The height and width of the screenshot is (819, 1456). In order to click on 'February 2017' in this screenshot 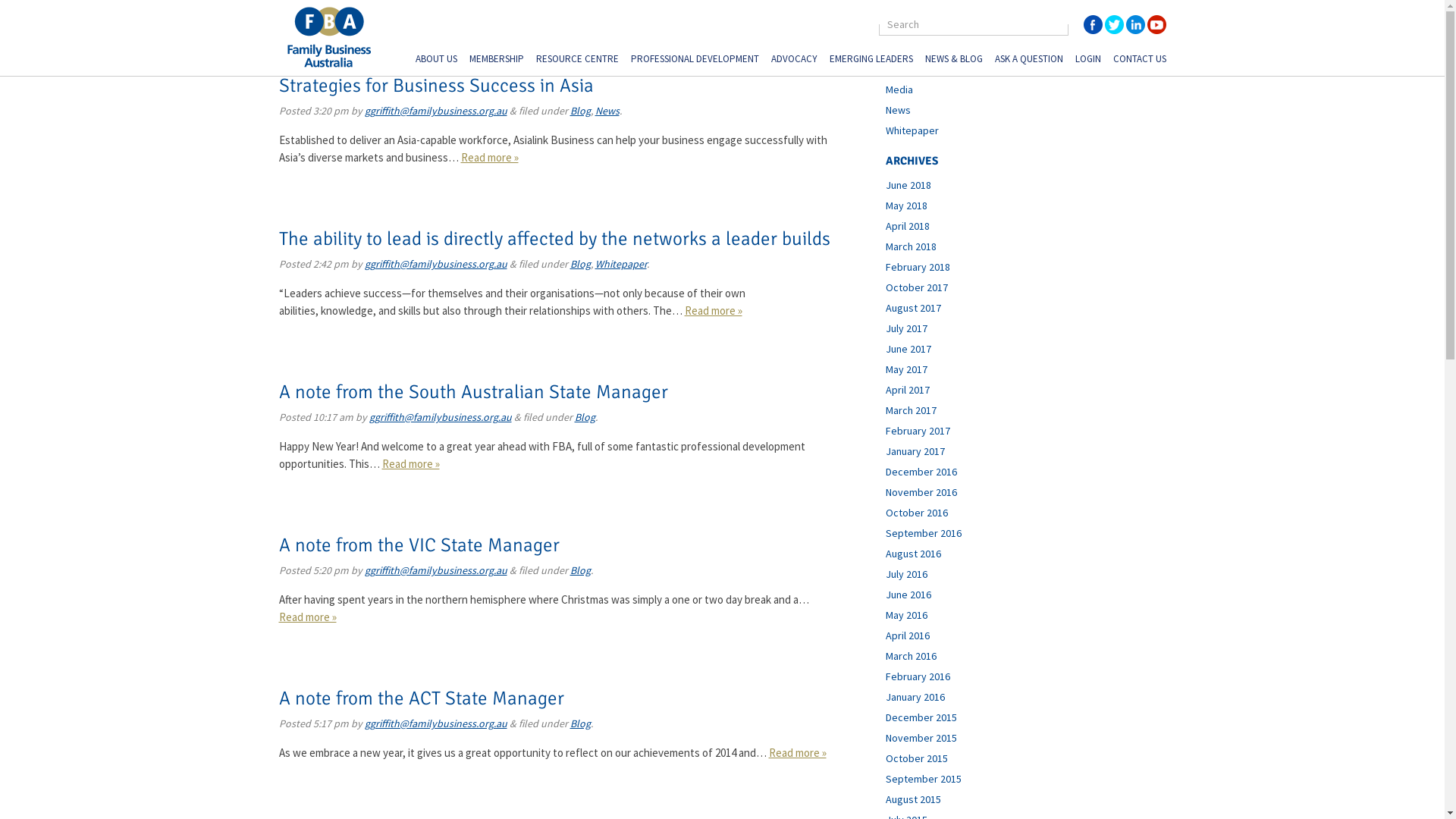, I will do `click(917, 430)`.